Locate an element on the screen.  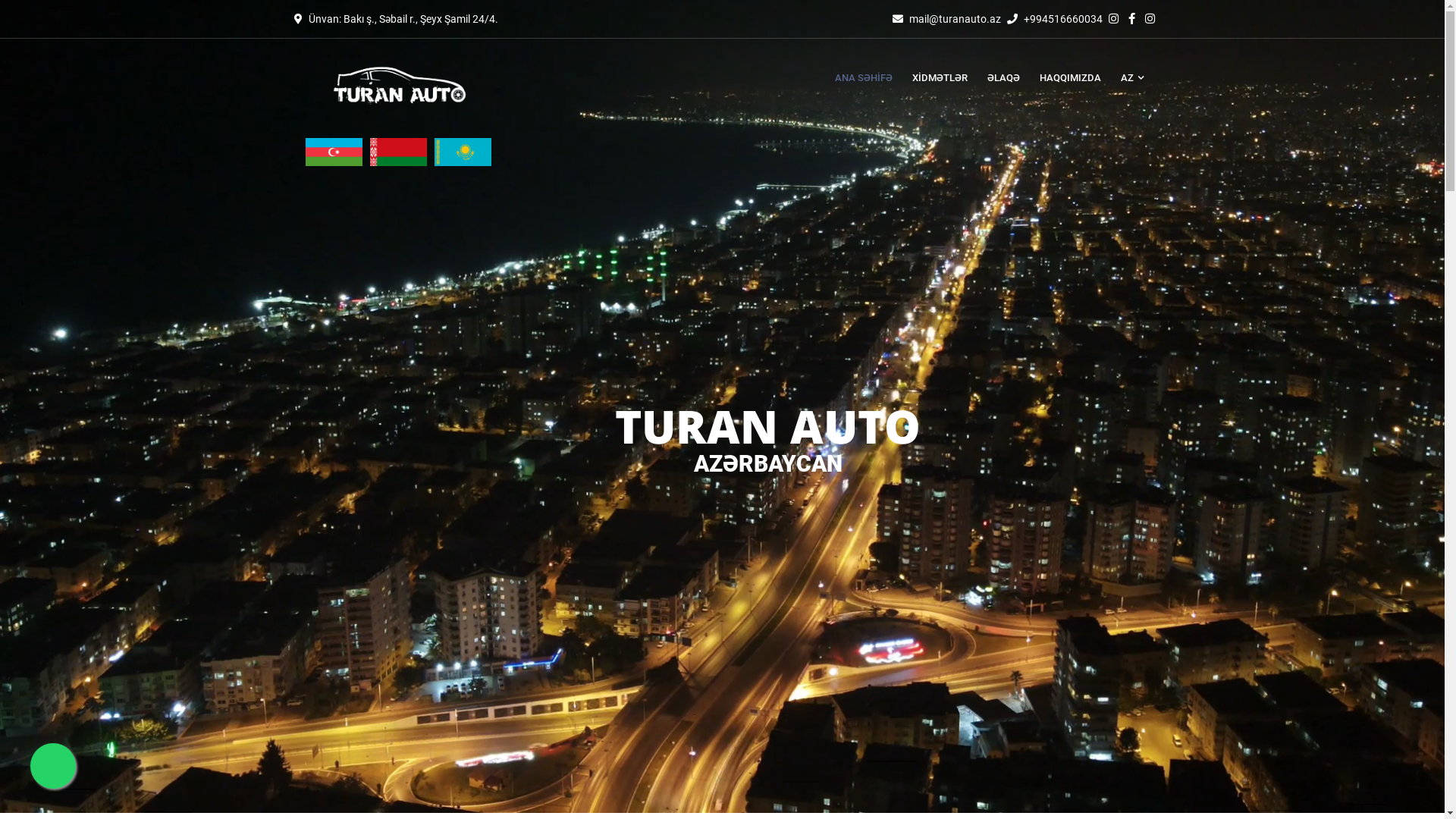
'https://www.instagram.com/turanauto.az/' is located at coordinates (1115, 18).